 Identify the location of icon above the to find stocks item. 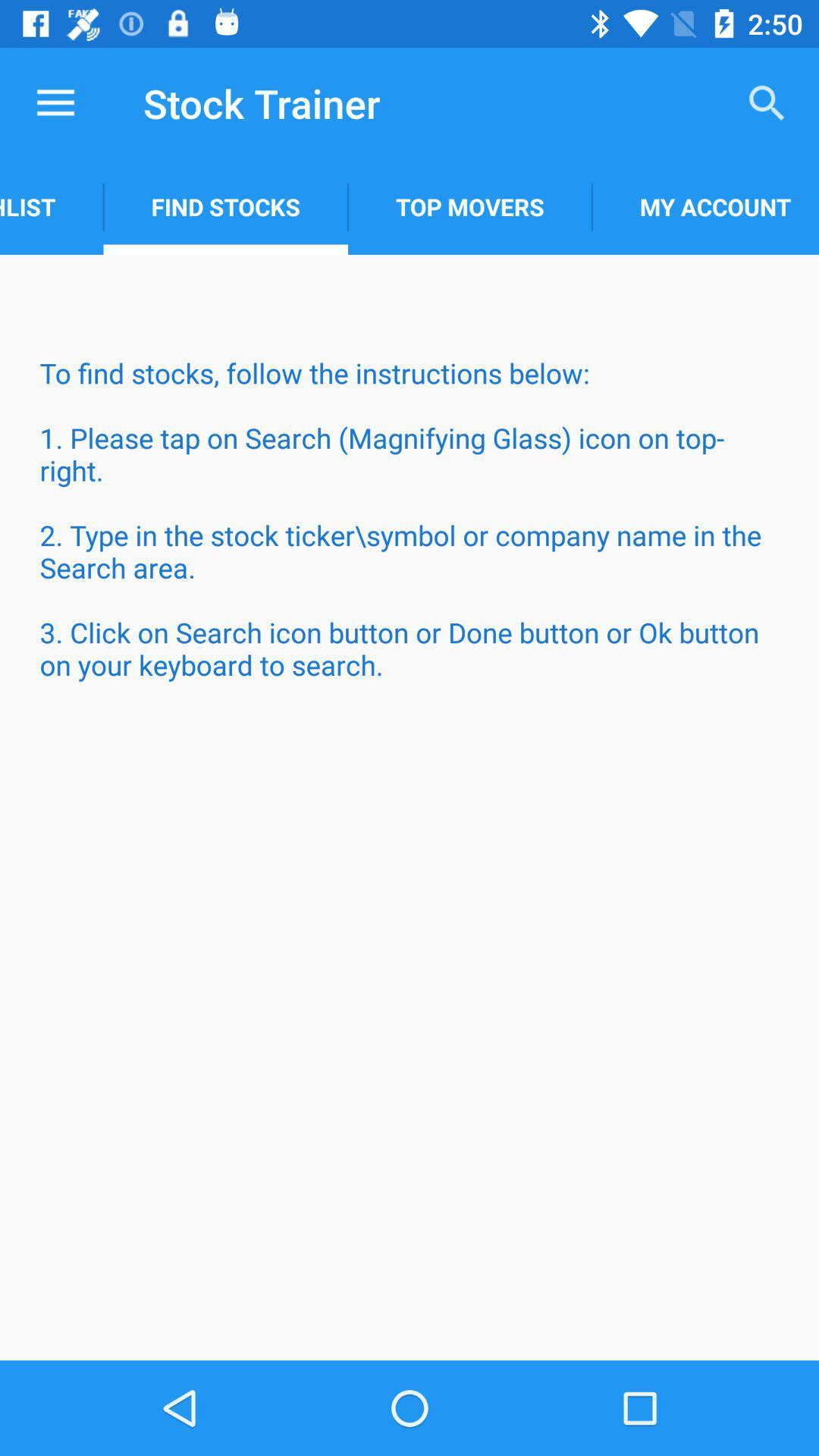
(51, 206).